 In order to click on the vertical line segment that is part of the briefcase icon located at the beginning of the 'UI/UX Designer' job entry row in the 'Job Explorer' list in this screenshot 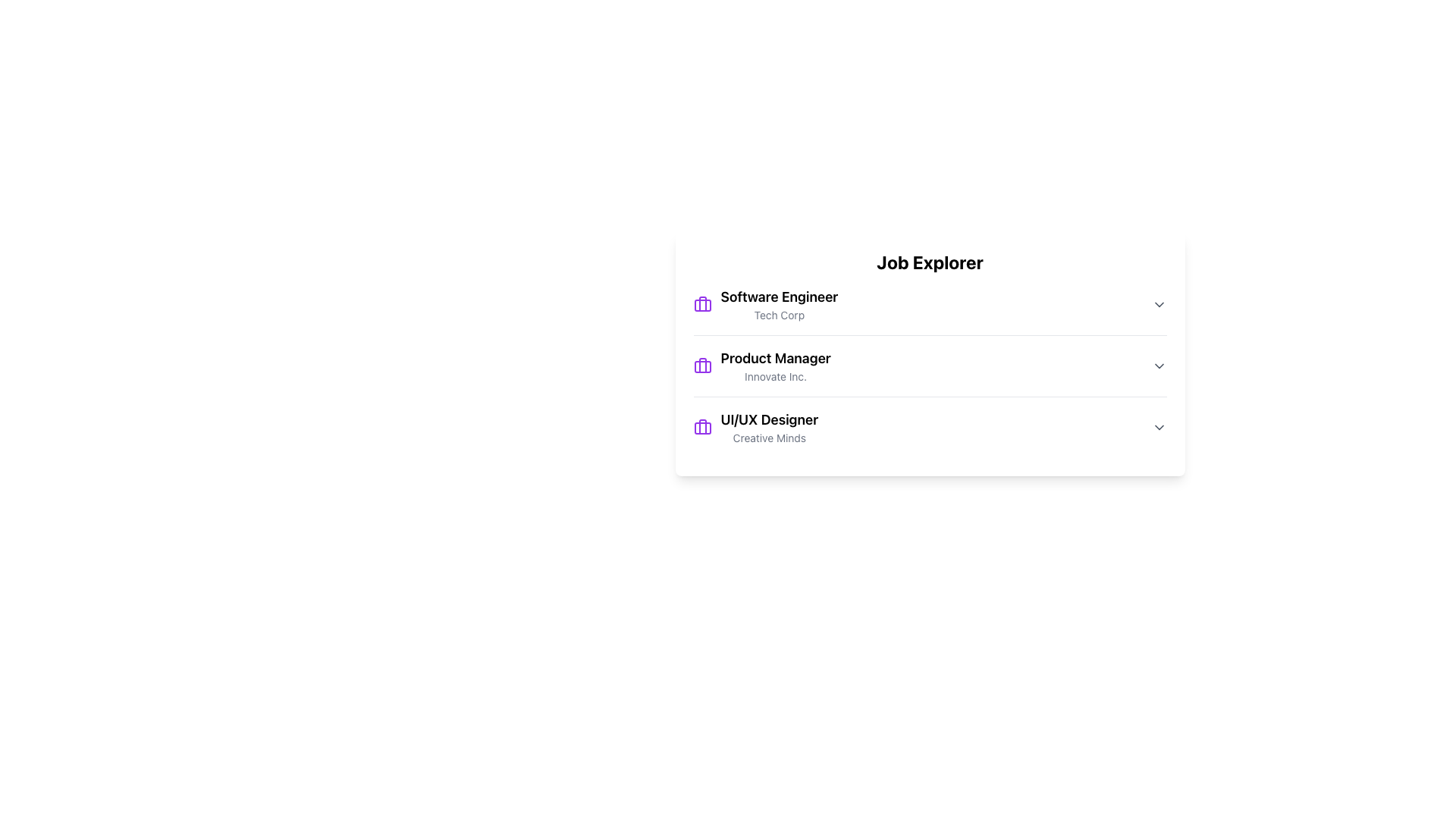, I will do `click(701, 427)`.